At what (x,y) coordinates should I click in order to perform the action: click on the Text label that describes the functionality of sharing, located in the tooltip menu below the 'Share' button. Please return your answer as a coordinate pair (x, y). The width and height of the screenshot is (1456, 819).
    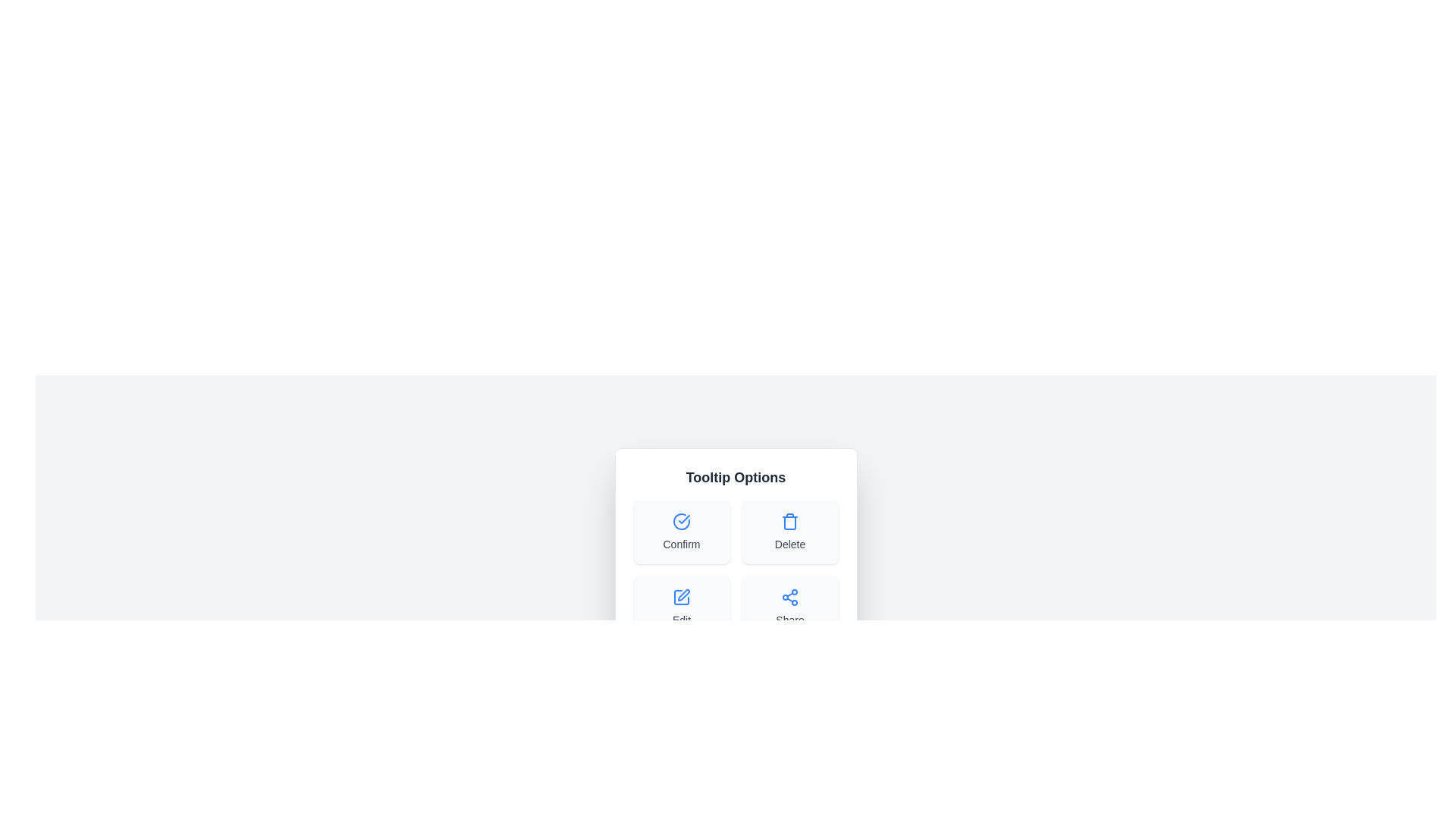
    Looking at the image, I should click on (789, 620).